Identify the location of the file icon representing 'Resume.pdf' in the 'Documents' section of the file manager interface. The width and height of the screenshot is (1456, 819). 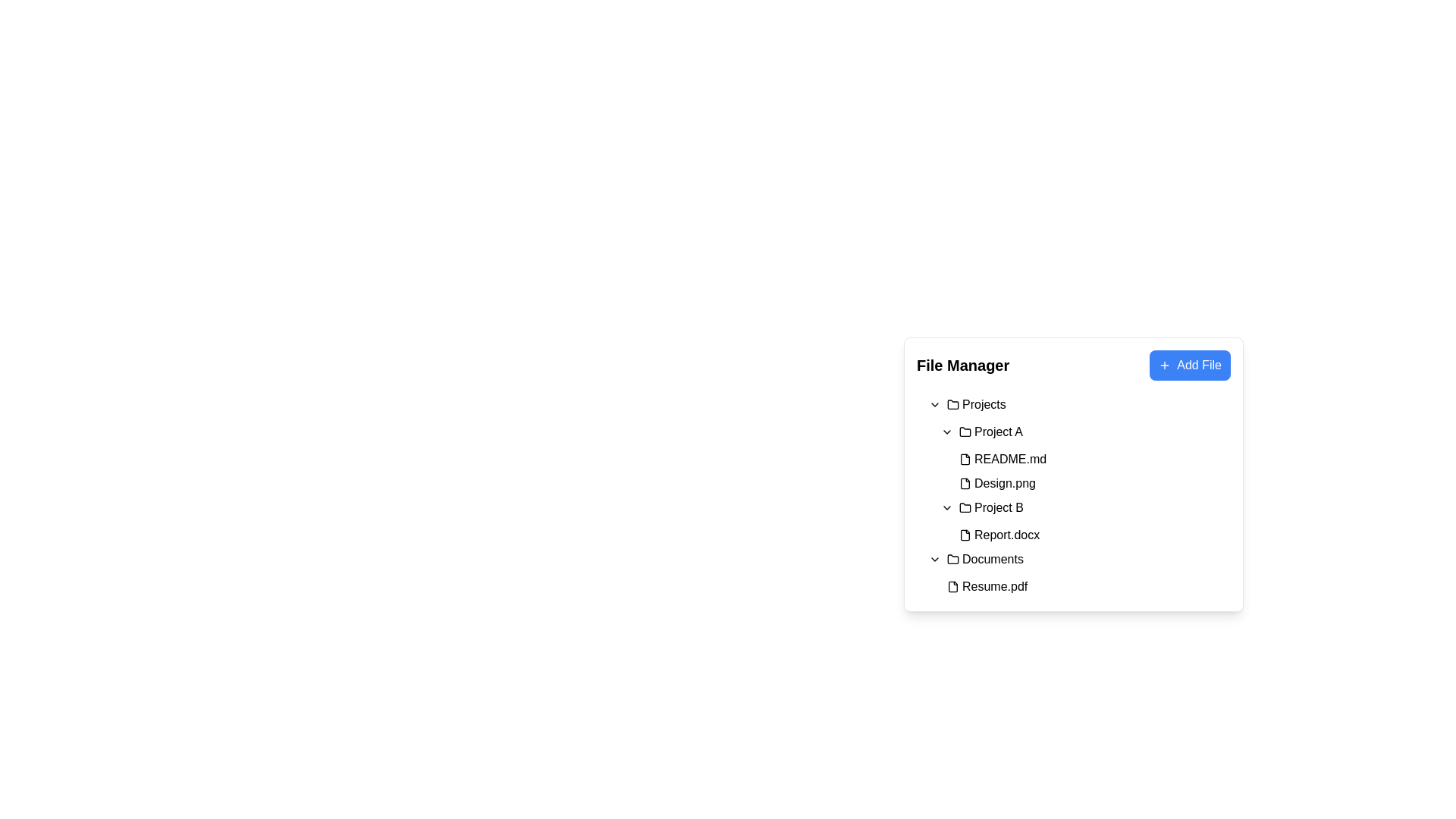
(952, 586).